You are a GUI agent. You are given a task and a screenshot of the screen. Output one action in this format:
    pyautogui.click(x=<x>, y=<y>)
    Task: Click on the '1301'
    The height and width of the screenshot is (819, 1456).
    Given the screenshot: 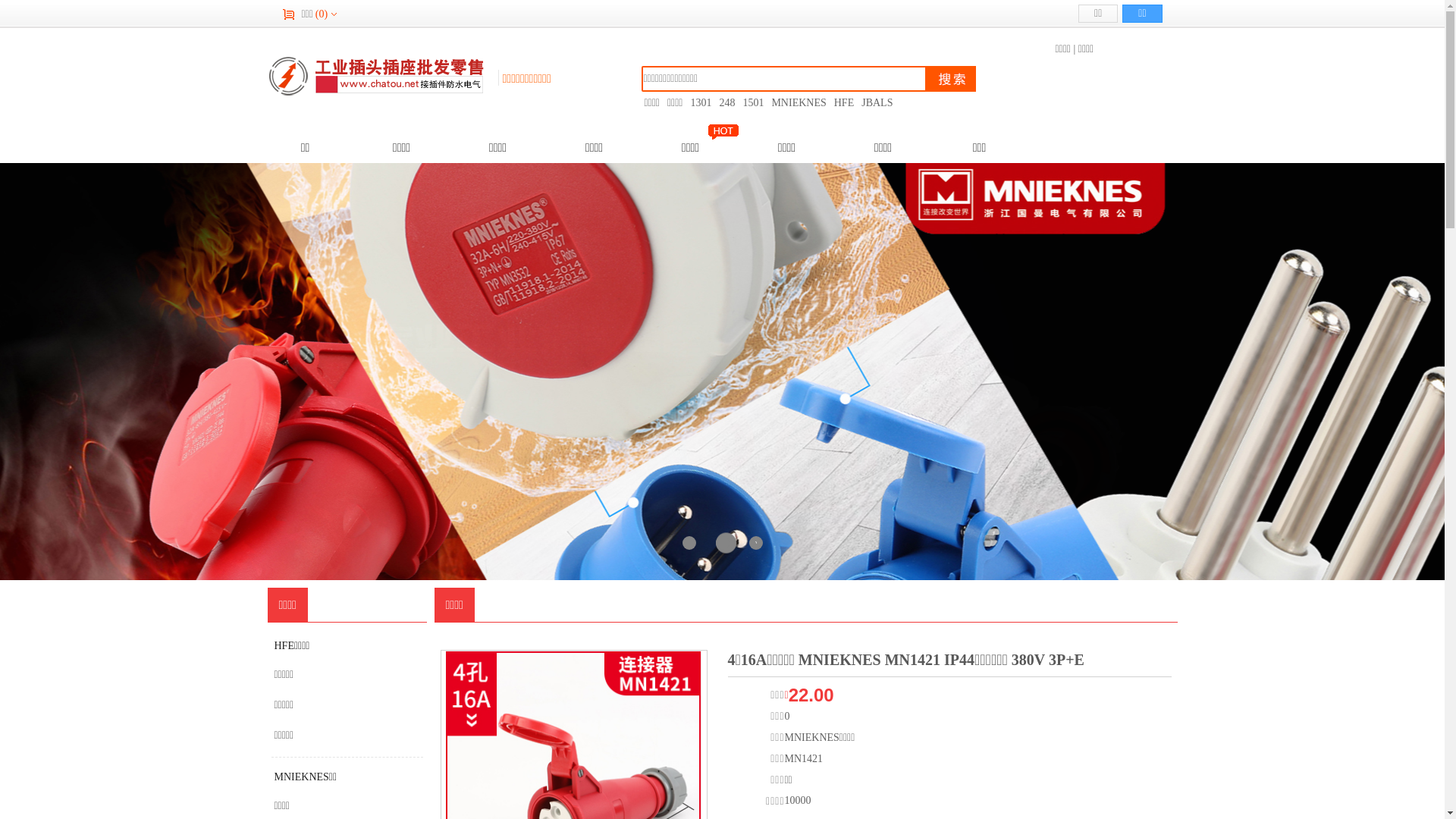 What is the action you would take?
    pyautogui.click(x=699, y=102)
    